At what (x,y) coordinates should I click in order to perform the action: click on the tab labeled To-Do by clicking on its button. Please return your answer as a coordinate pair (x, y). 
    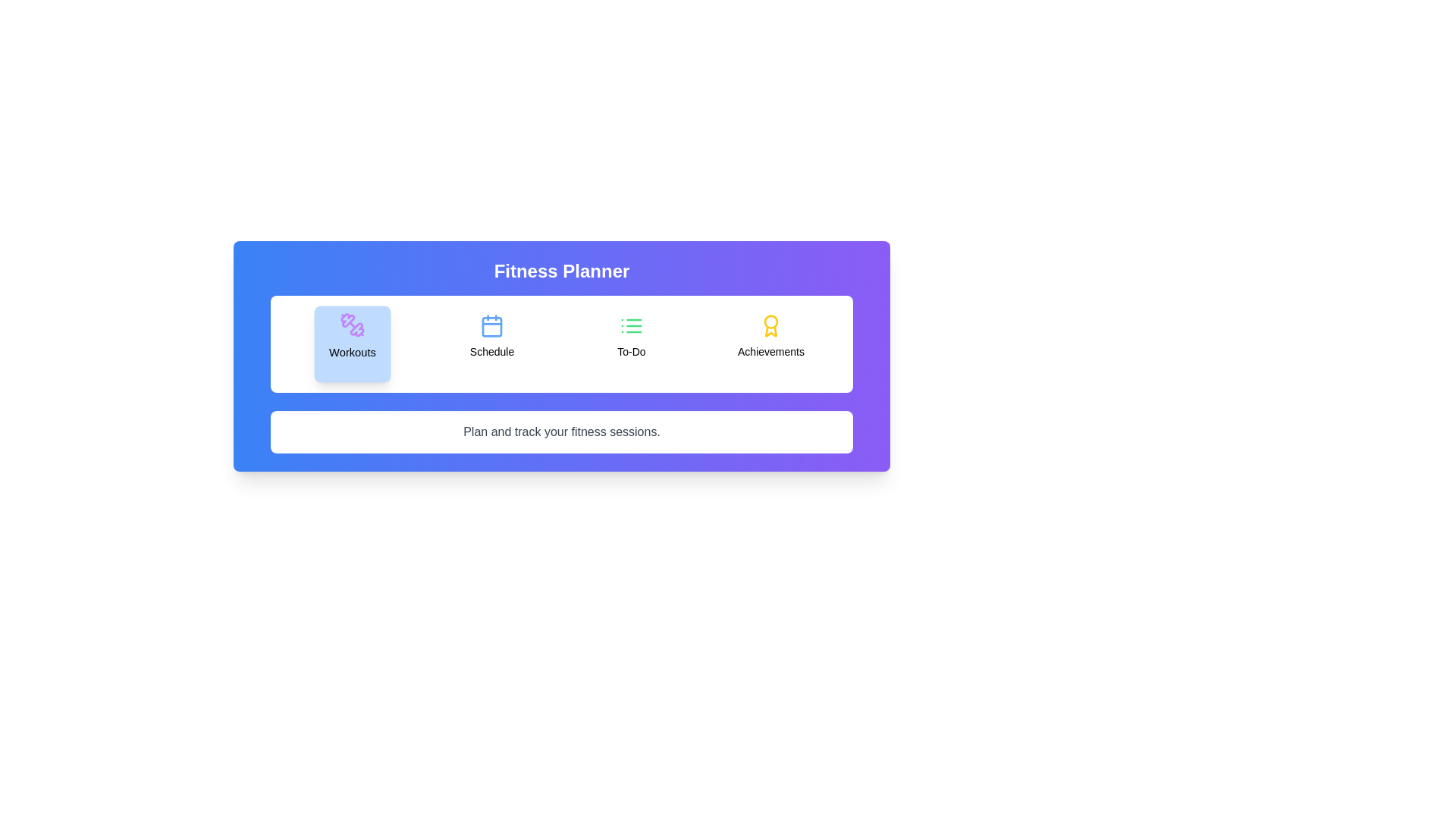
    Looking at the image, I should click on (632, 344).